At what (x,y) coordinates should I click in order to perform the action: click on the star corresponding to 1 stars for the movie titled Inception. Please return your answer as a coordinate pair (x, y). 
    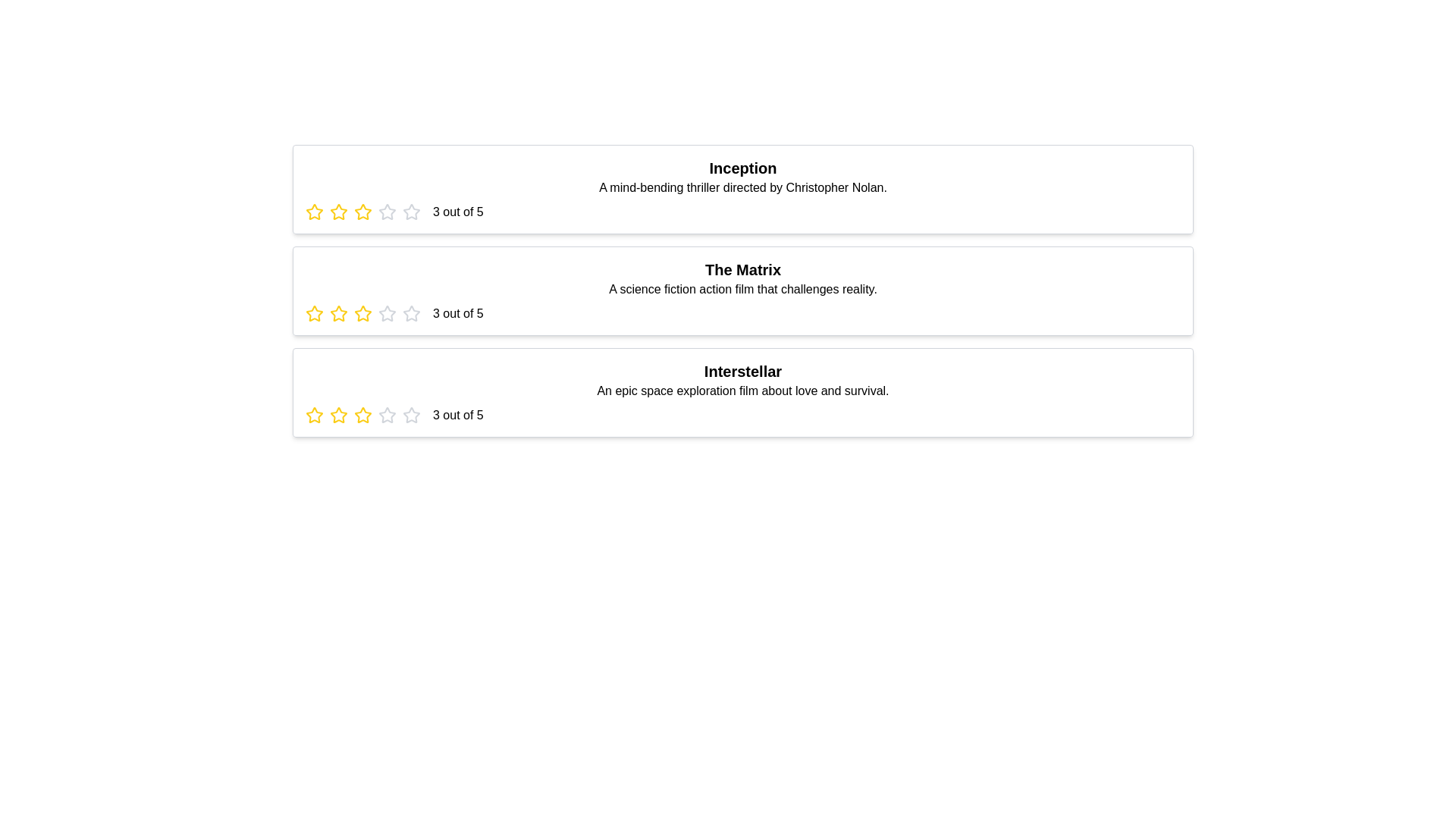
    Looking at the image, I should click on (313, 212).